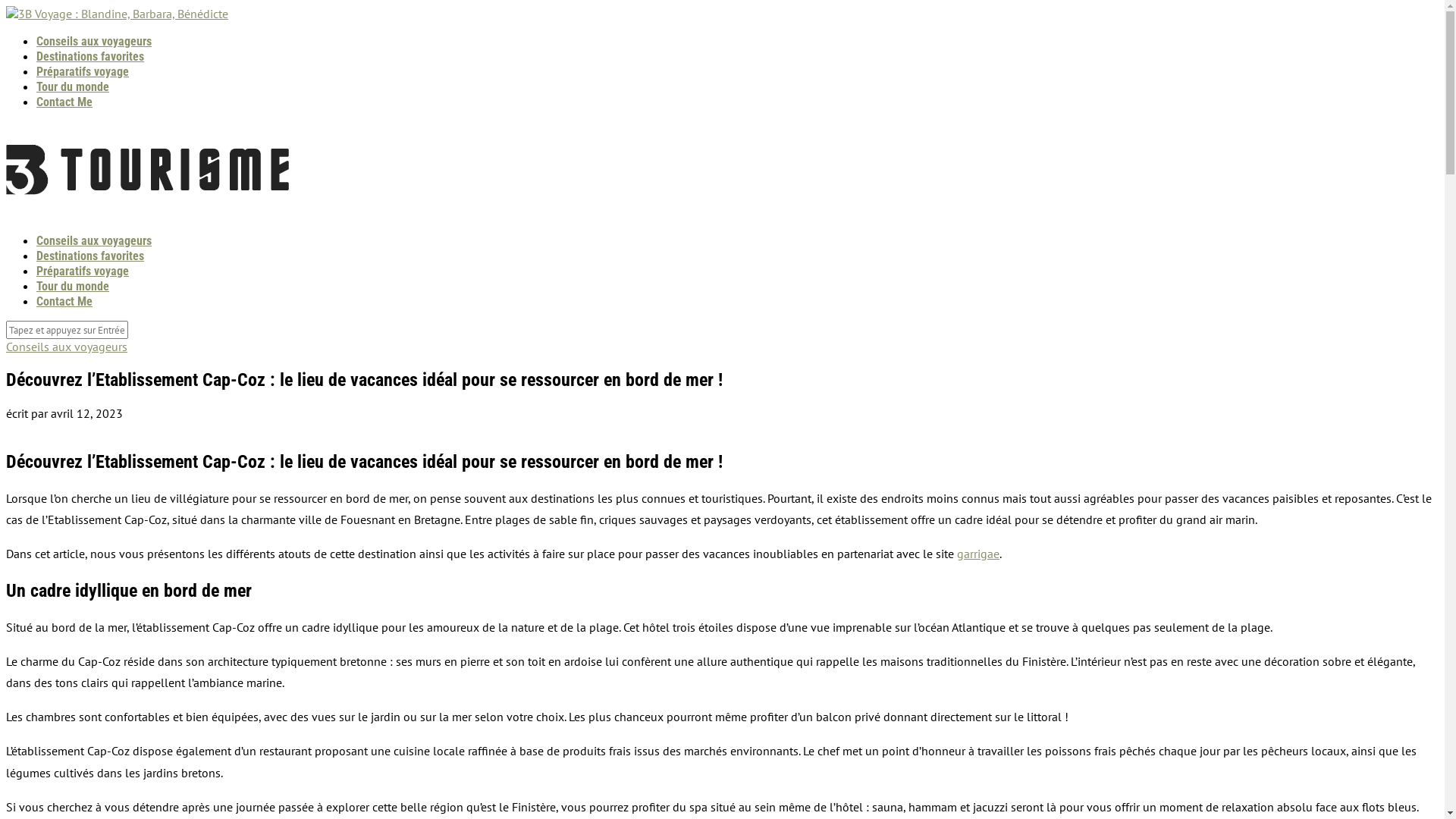  Describe the element at coordinates (956, 553) in the screenshot. I see `'garrigae'` at that location.